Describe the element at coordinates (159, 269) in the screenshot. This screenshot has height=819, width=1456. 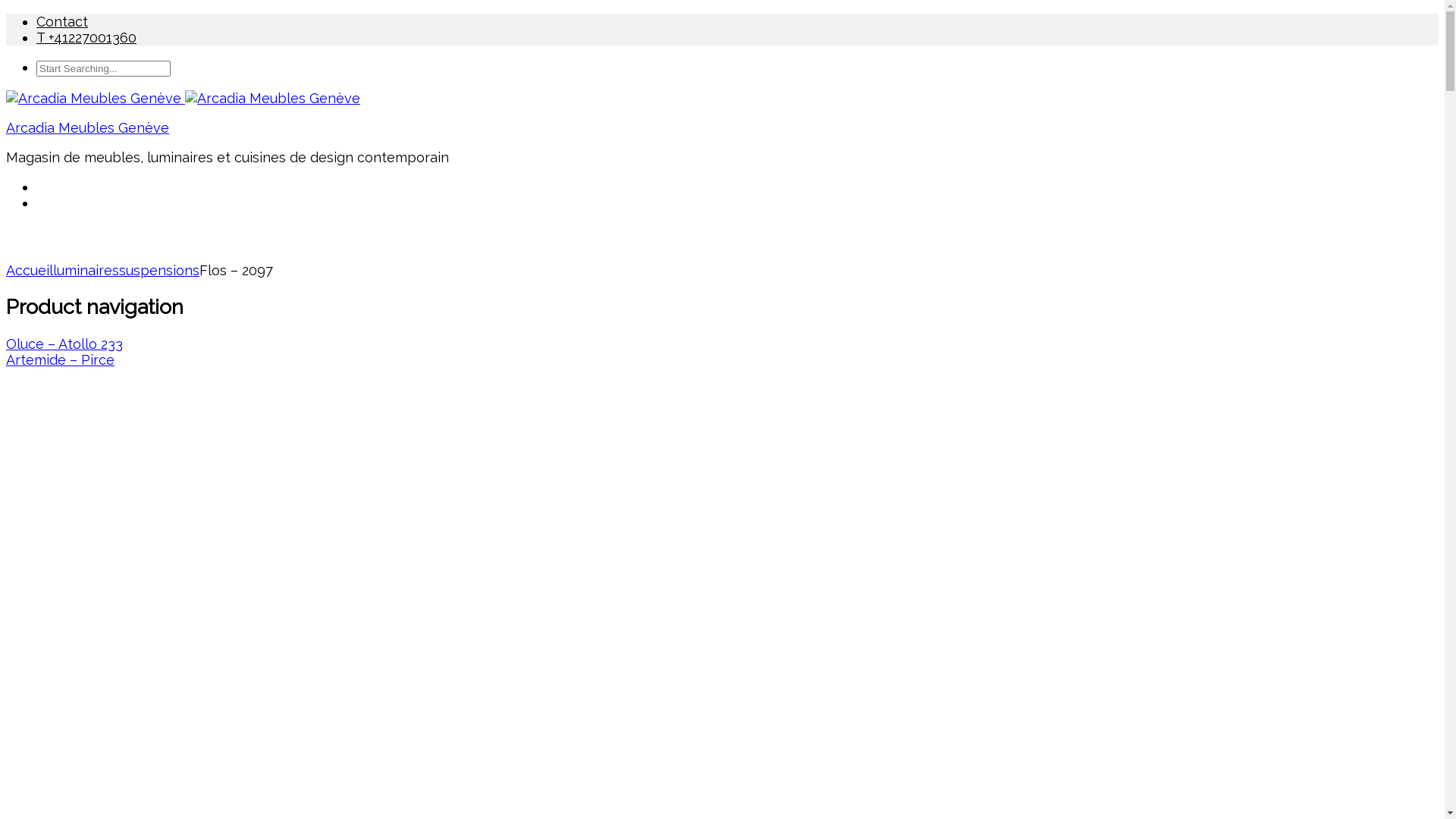
I see `'suspensions'` at that location.